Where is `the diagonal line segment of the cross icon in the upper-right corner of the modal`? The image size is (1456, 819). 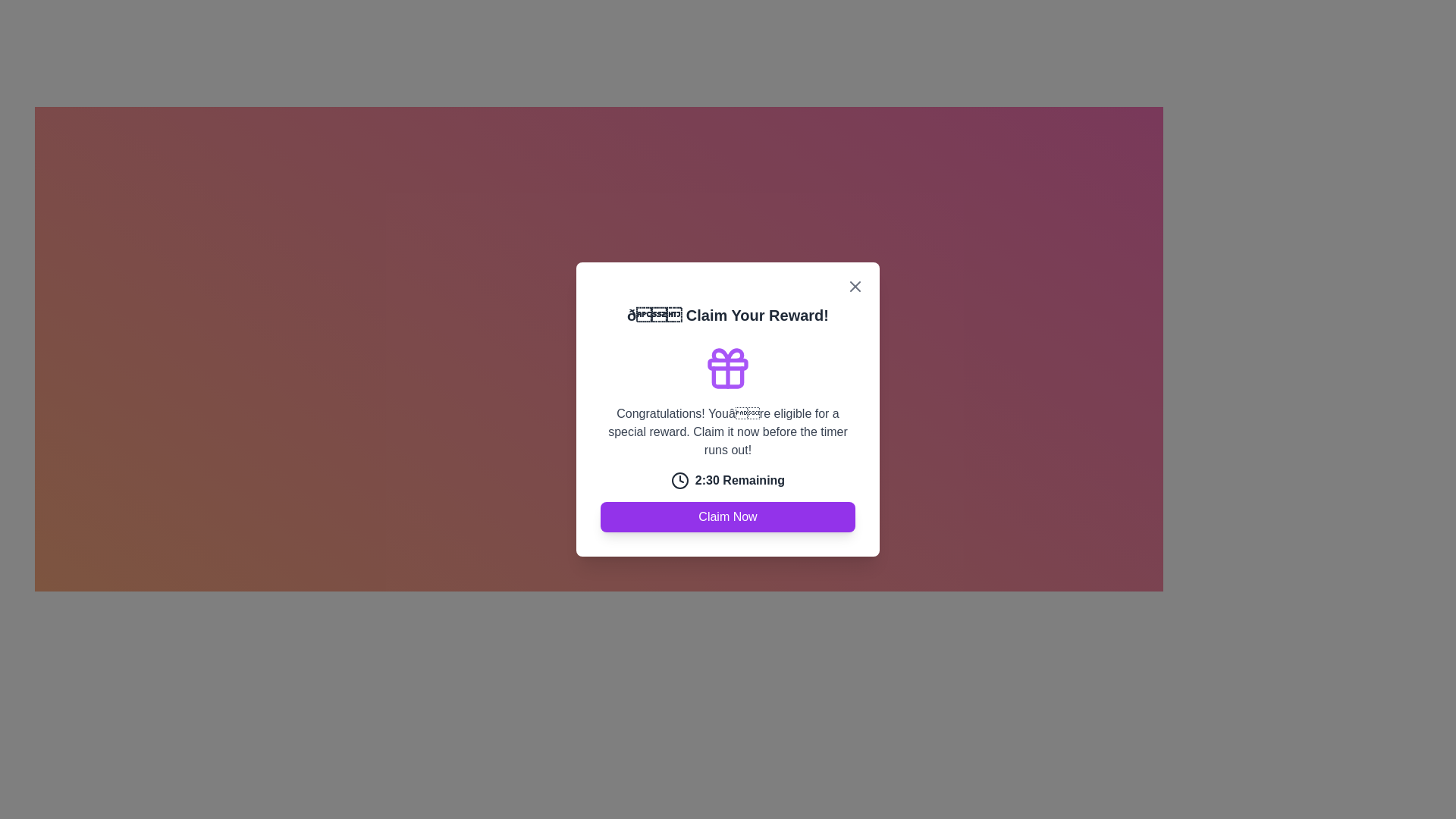 the diagonal line segment of the cross icon in the upper-right corner of the modal is located at coordinates (855, 287).